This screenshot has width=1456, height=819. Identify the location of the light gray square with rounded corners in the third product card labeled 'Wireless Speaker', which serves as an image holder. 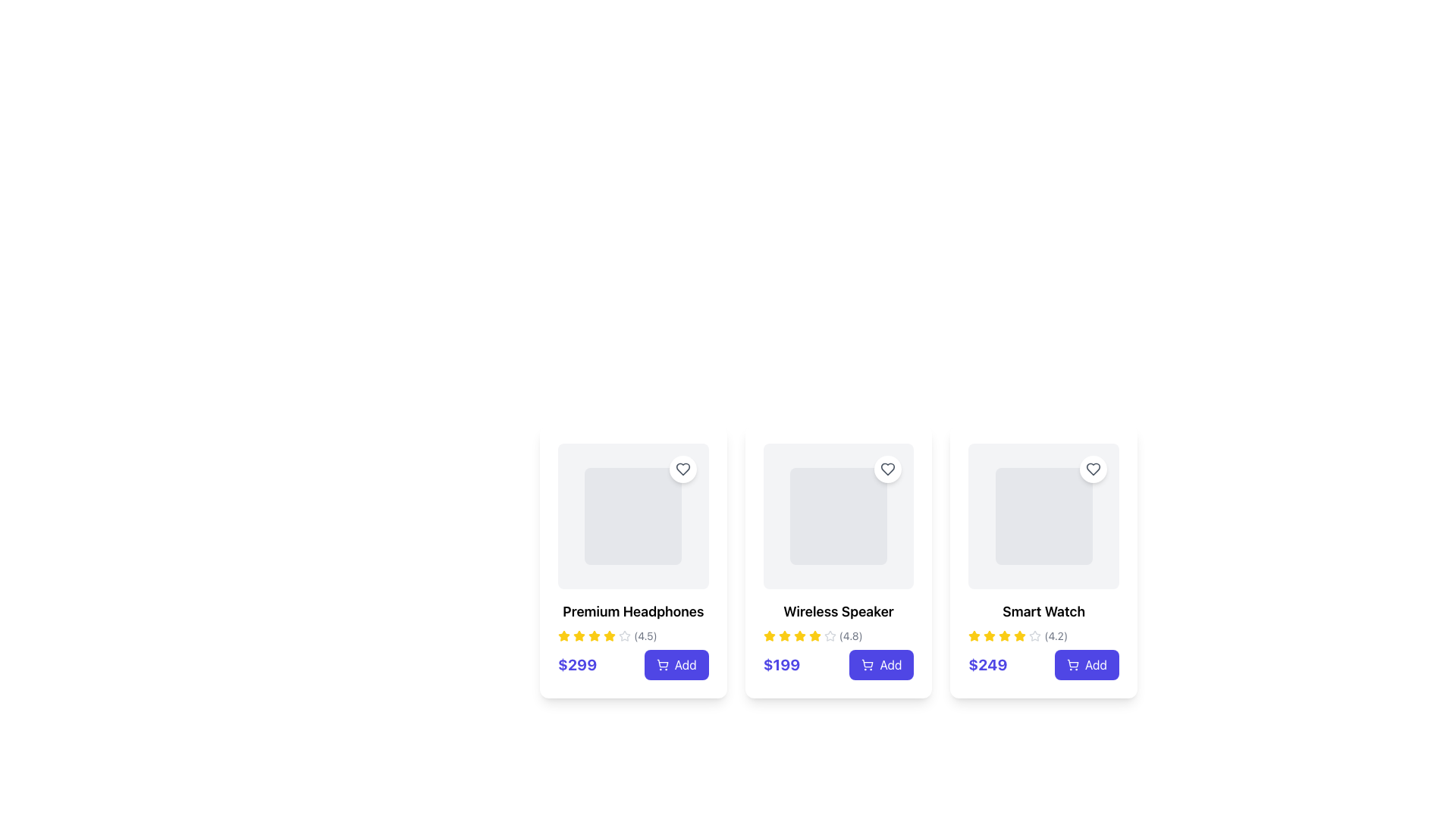
(837, 516).